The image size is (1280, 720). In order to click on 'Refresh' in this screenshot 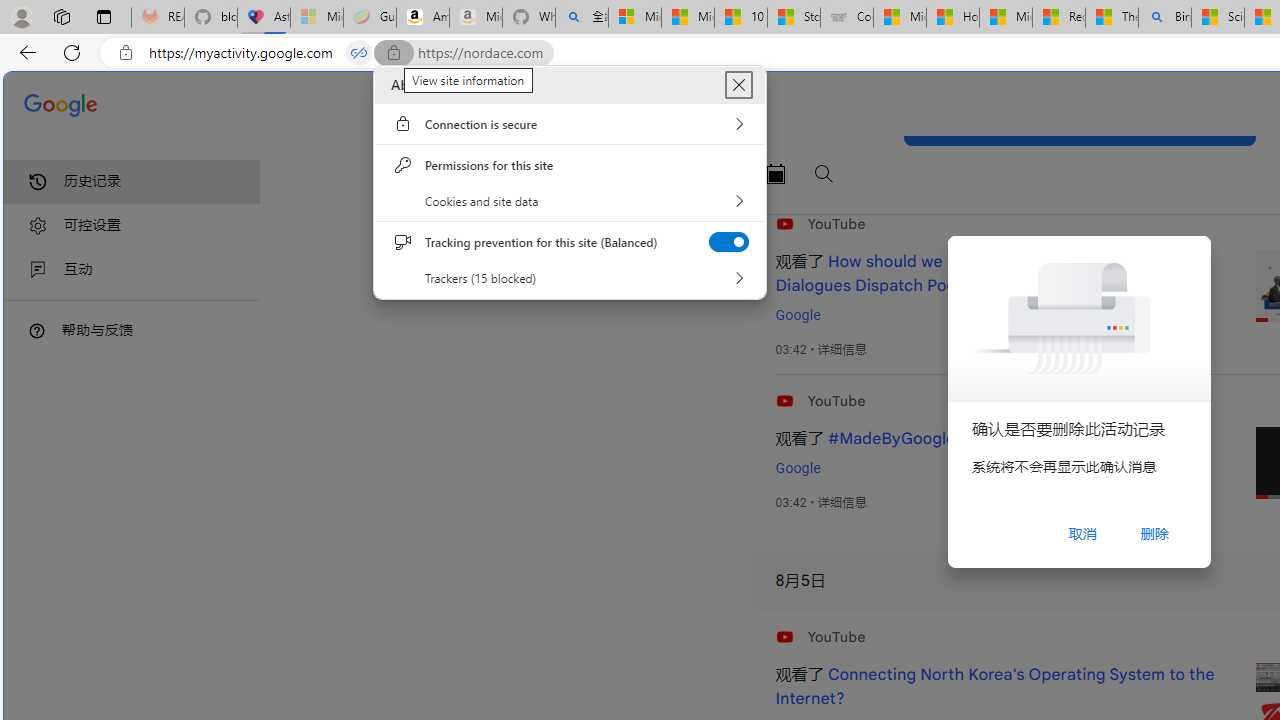, I will do `click(72, 51)`.